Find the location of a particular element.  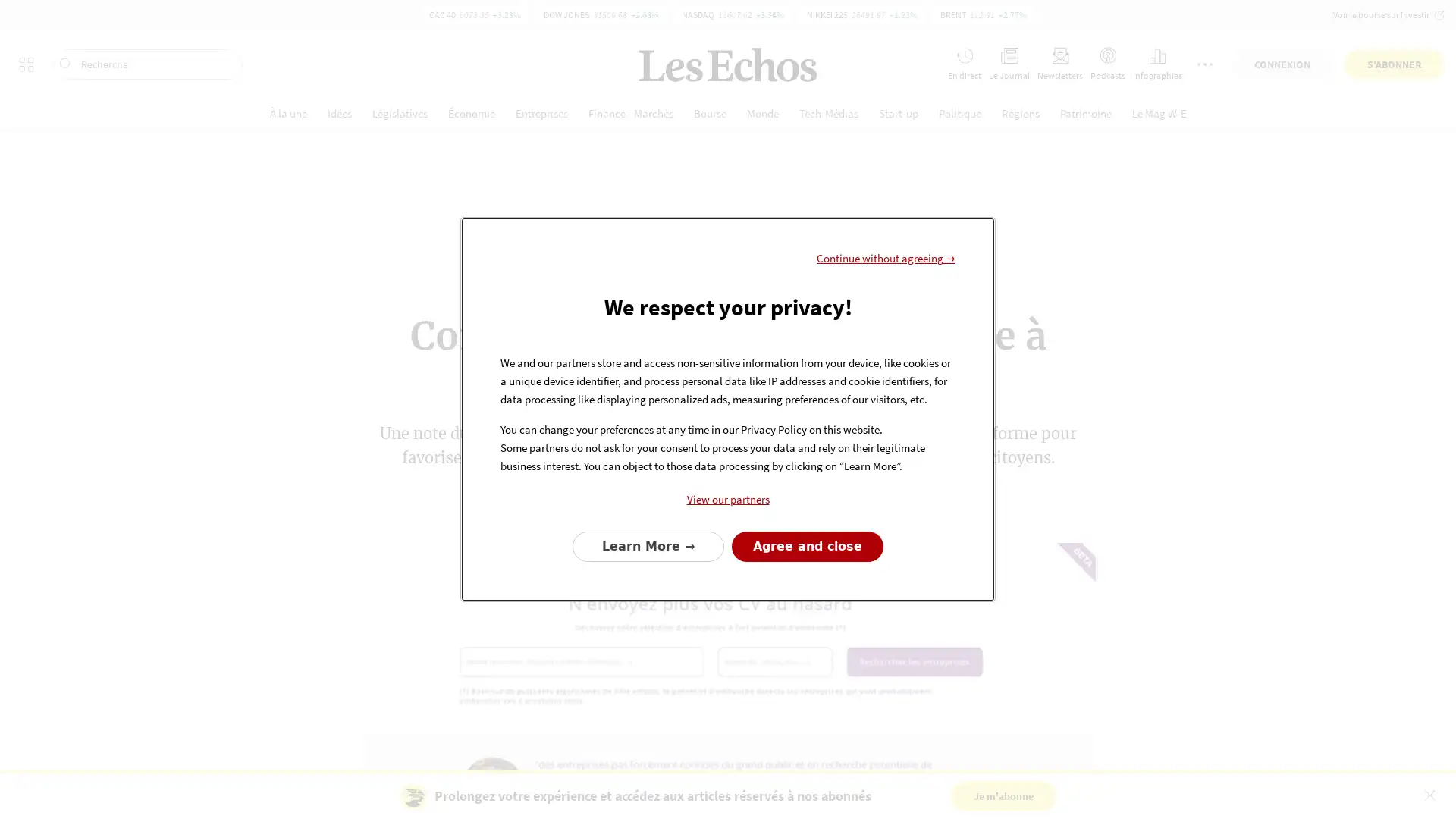

Fermer le bandeau is located at coordinates (1429, 794).